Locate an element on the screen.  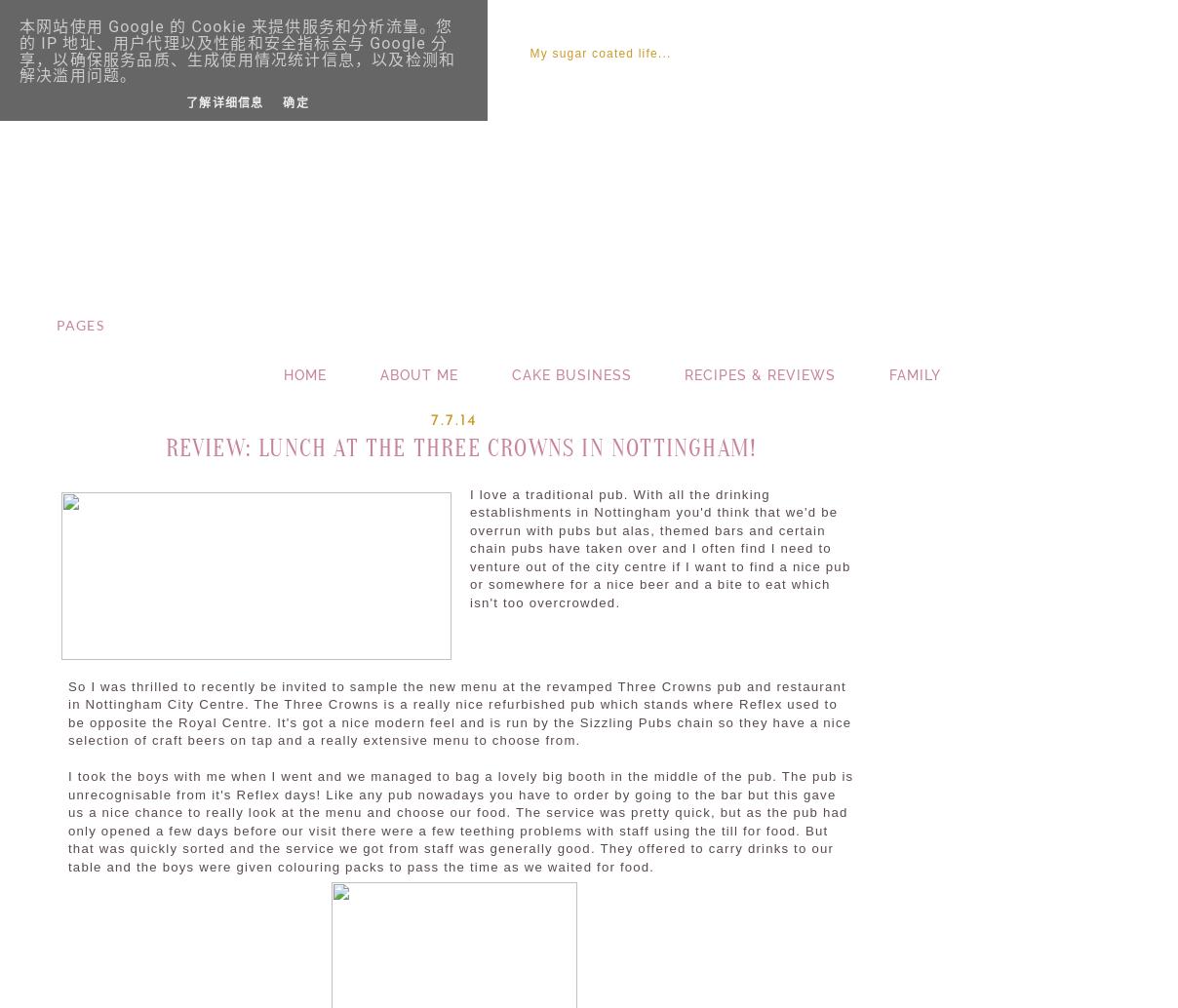
'Recipes & Reviews' is located at coordinates (760, 373).